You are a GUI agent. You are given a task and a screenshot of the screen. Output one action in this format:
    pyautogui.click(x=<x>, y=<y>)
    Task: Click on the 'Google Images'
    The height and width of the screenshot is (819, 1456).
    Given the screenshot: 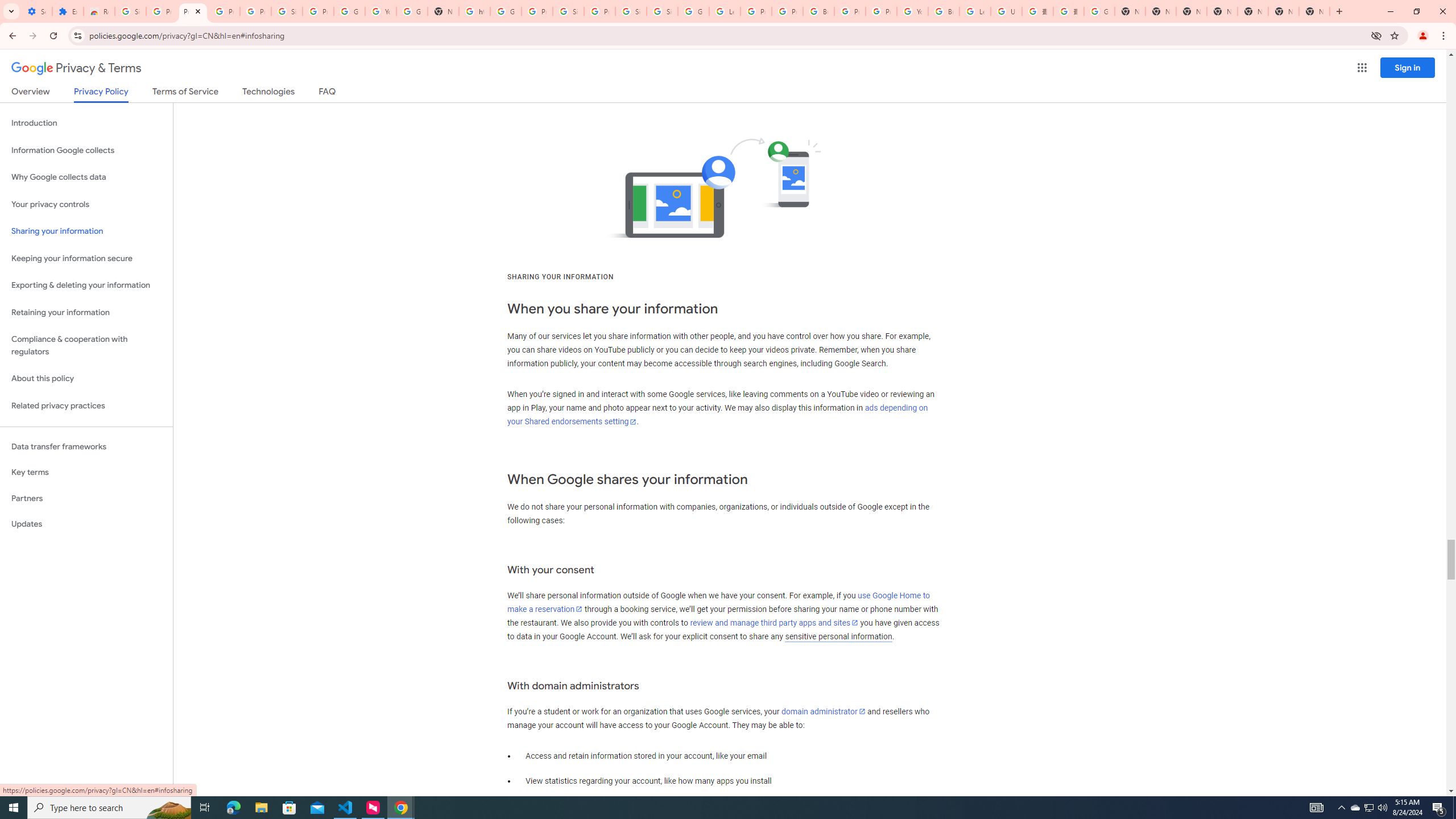 What is the action you would take?
    pyautogui.click(x=1099, y=11)
    